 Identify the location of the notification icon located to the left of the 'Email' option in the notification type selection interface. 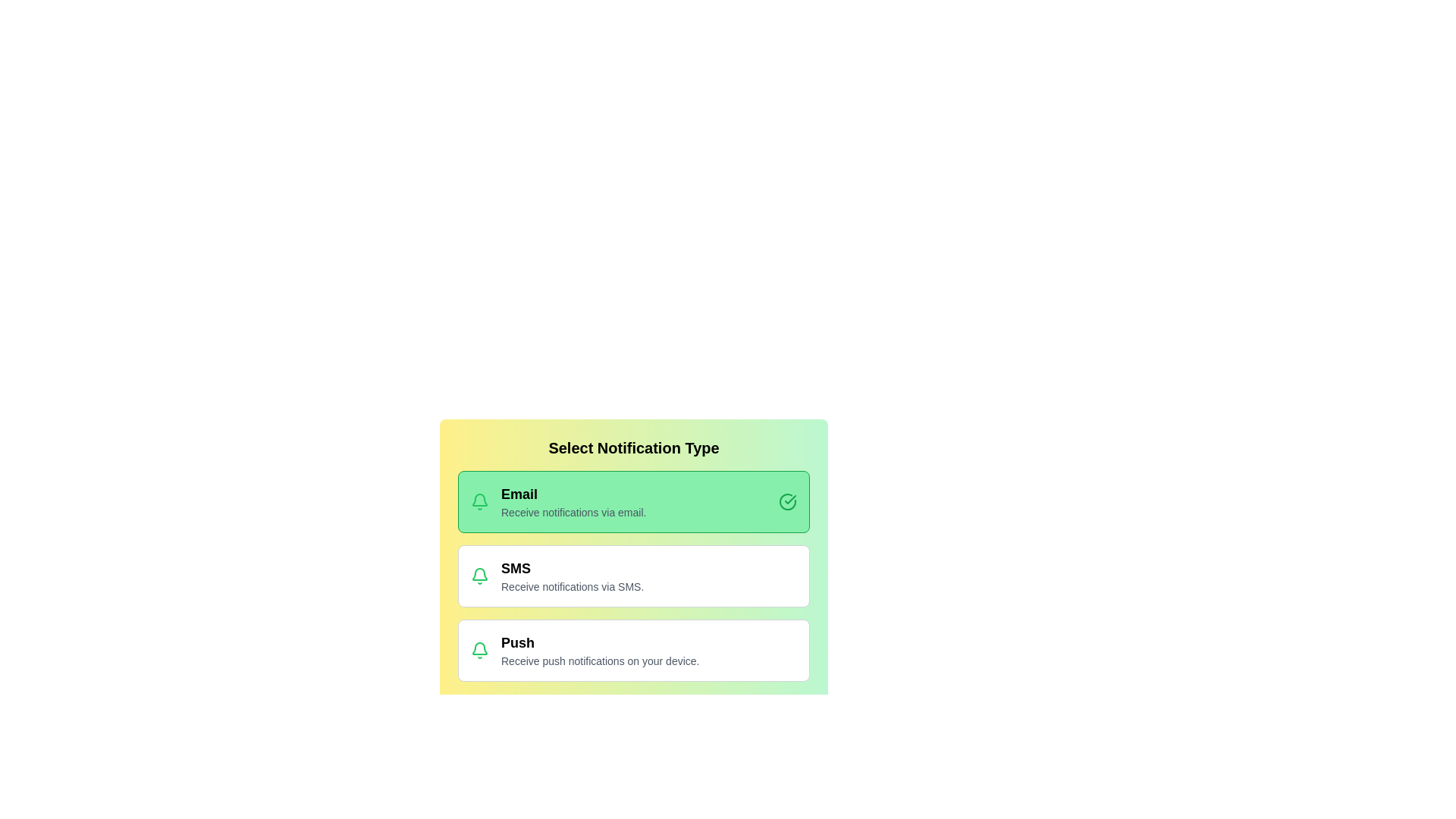
(479, 648).